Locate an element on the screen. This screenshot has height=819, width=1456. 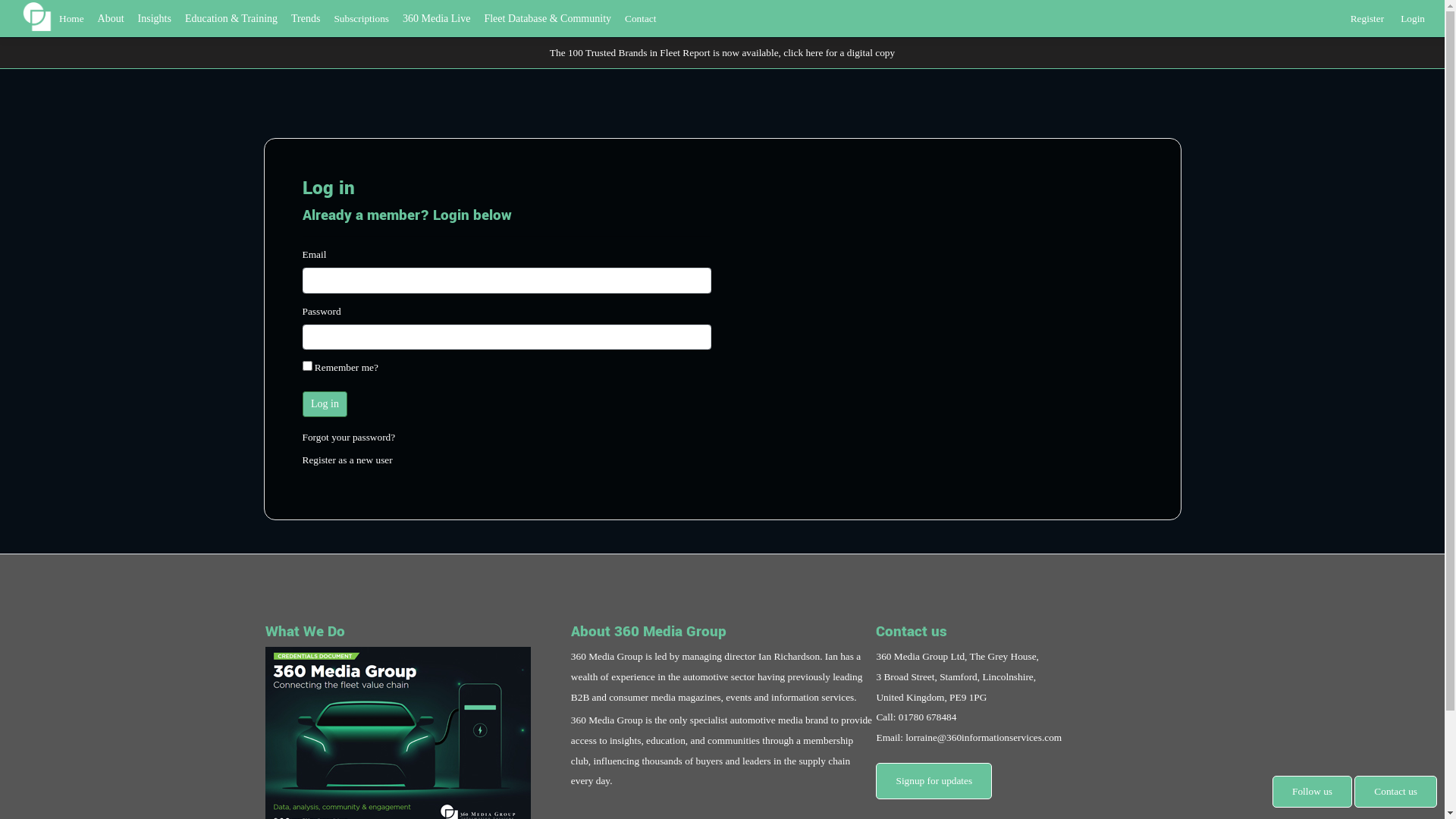
'Welcome to | Fleet Insight | 360 Media Group' is located at coordinates (36, 16).